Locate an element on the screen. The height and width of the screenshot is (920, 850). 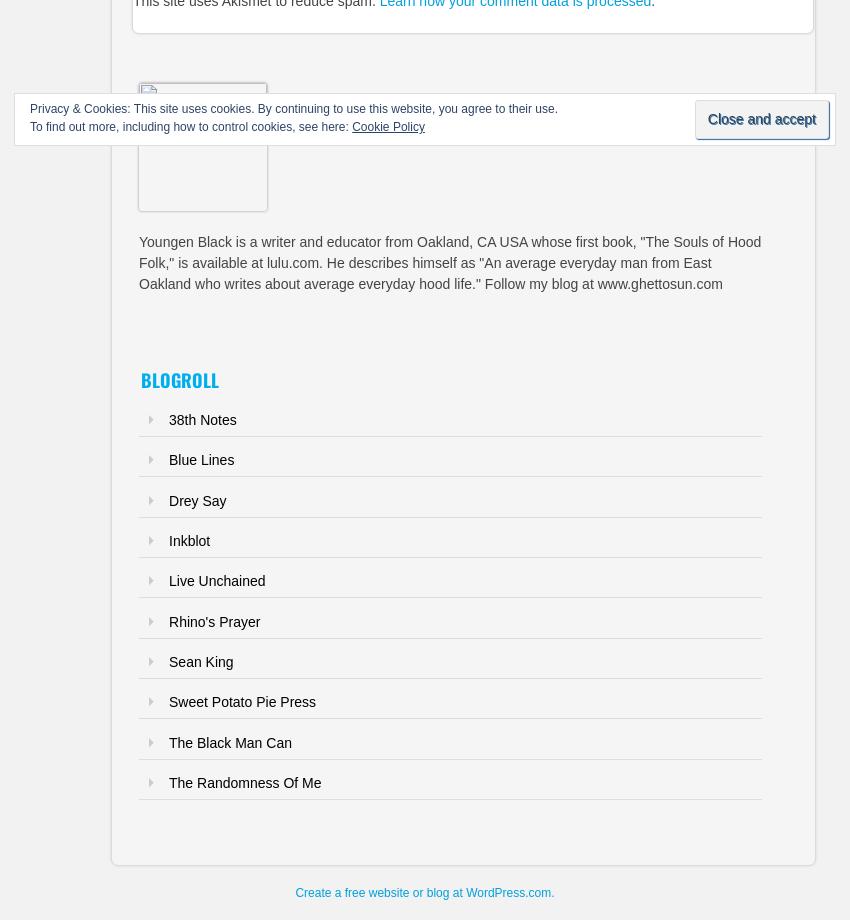
'Privacy & Cookies: This site uses cookies. By continuing to use this website, you agree to their use.' is located at coordinates (293, 109).